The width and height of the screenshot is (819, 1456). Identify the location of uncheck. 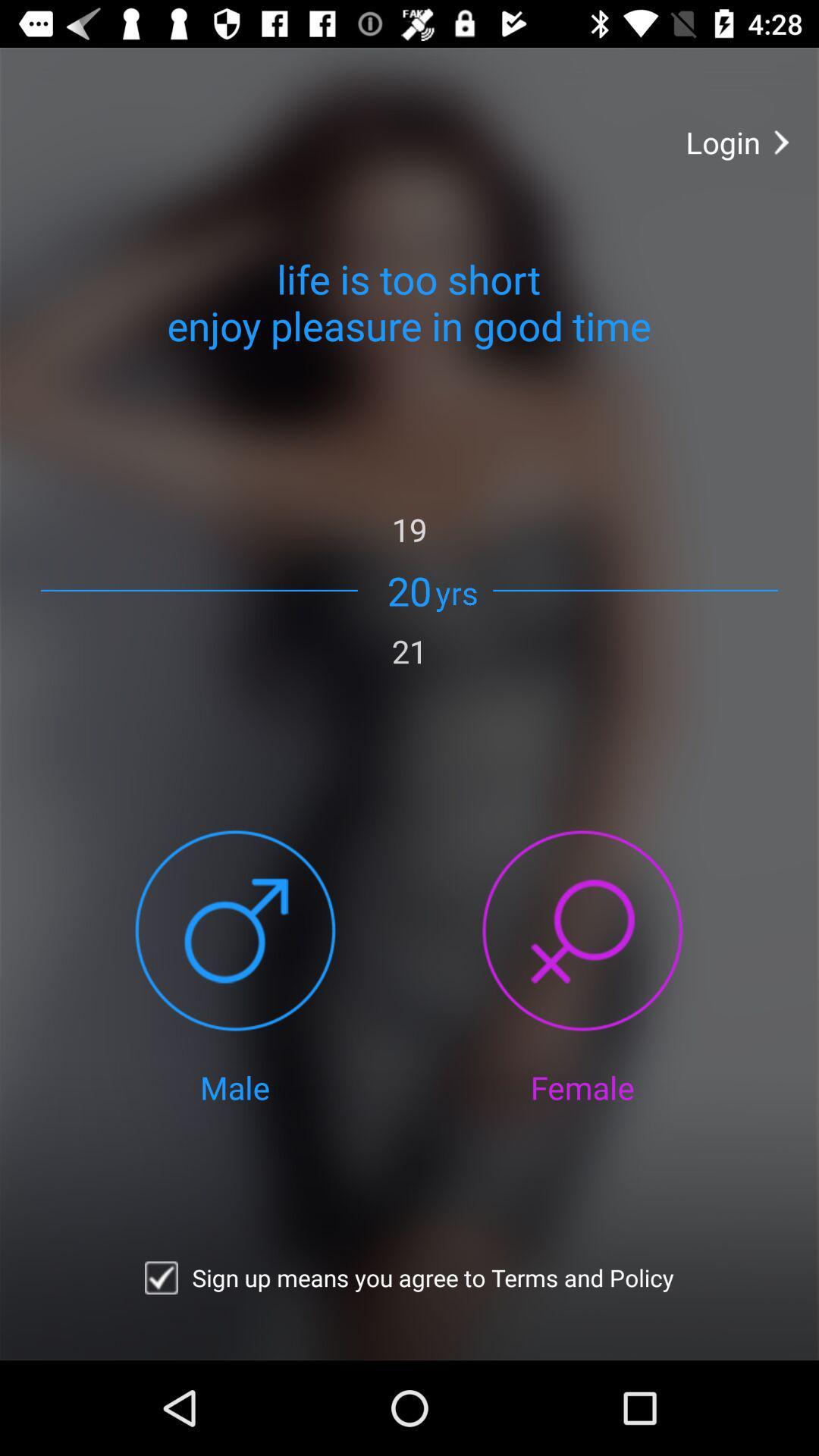
(161, 1277).